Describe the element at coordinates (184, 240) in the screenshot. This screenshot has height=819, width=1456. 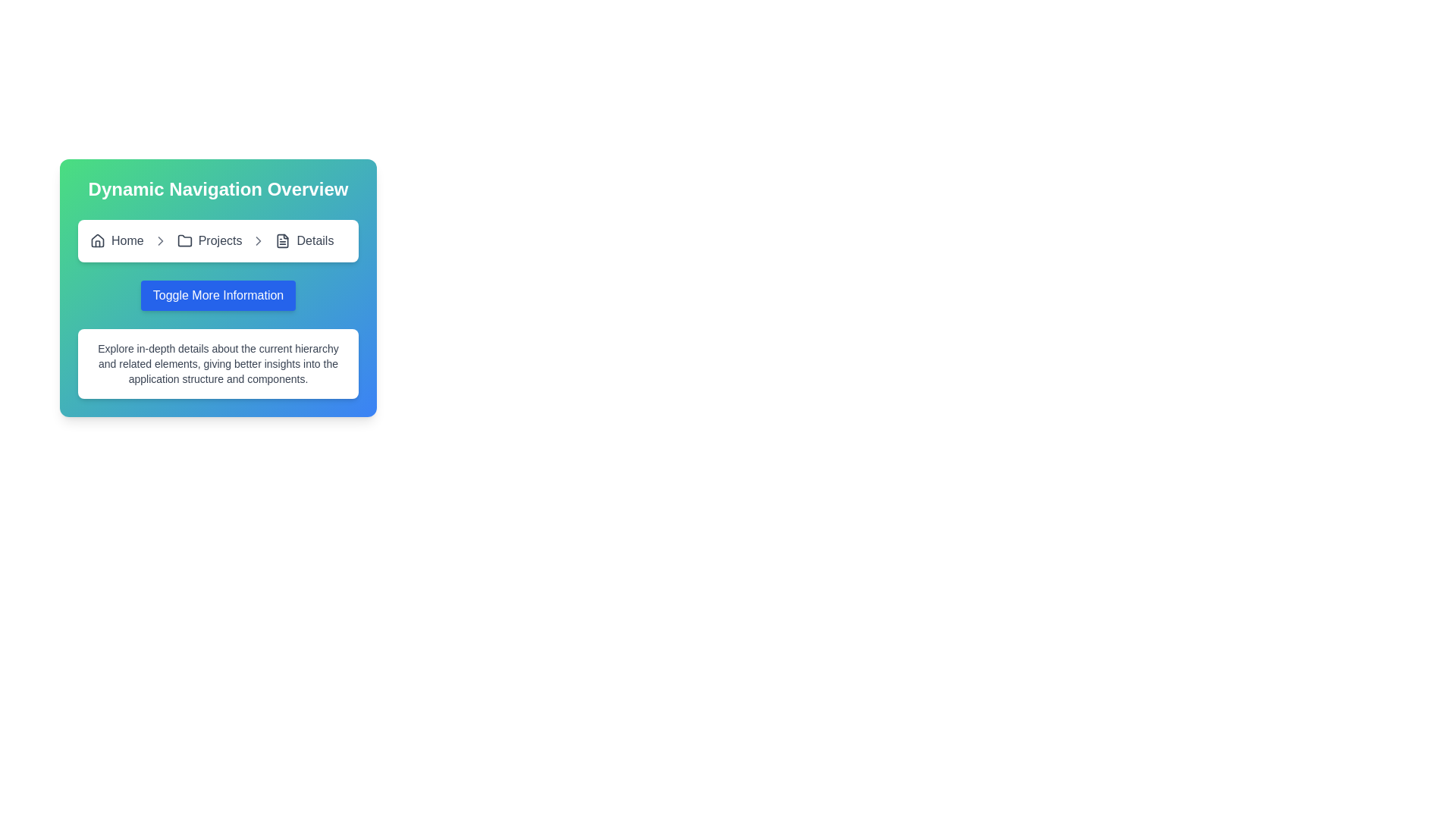
I see `the SVG-based icon element representing a folder in the 'Projects' breadcrumb navigation segment, located to the left of the 'Projects' text` at that location.